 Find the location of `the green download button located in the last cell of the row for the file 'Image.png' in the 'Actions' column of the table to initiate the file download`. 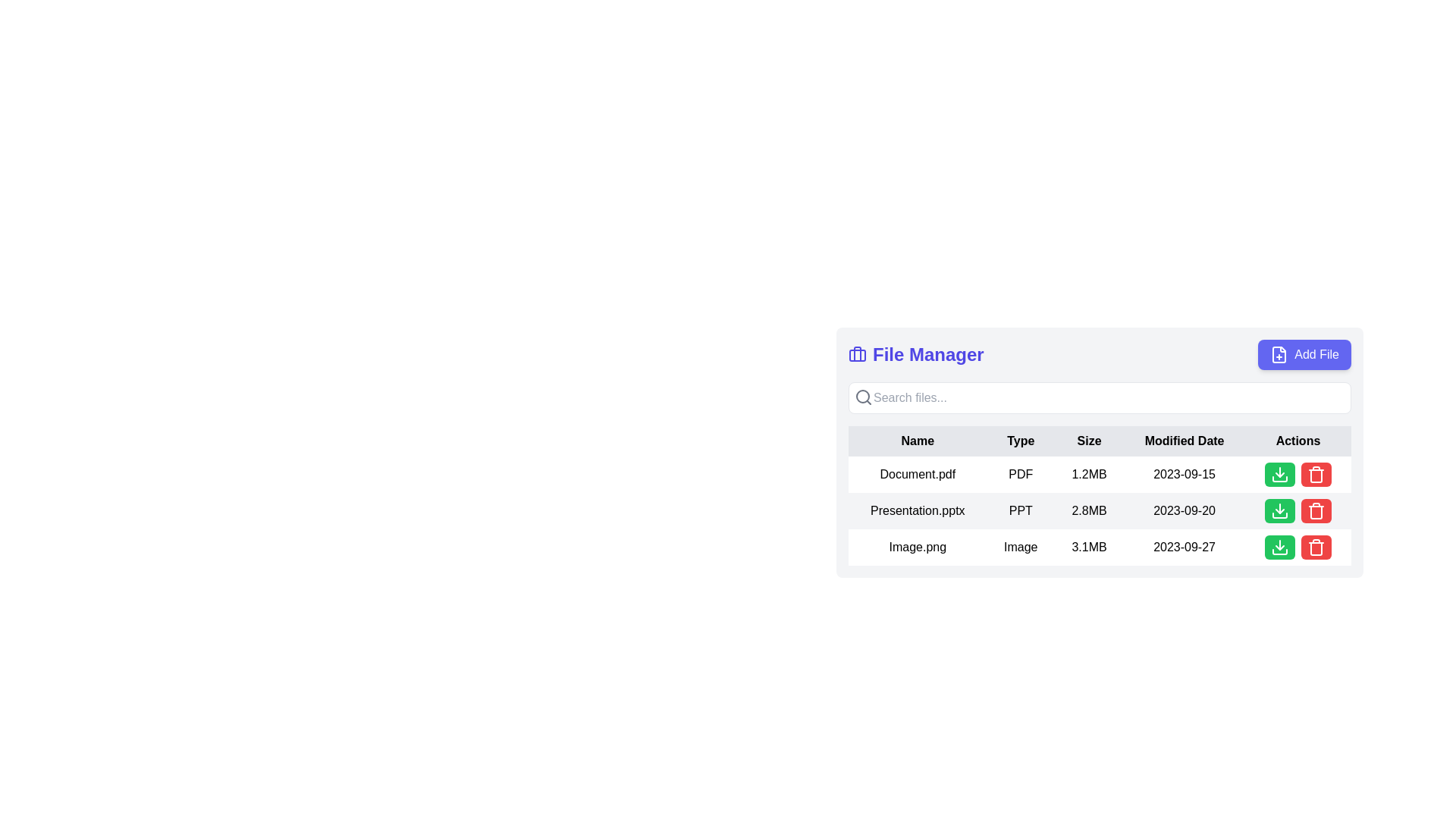

the green download button located in the last cell of the row for the file 'Image.png' in the 'Actions' column of the table to initiate the file download is located at coordinates (1298, 547).